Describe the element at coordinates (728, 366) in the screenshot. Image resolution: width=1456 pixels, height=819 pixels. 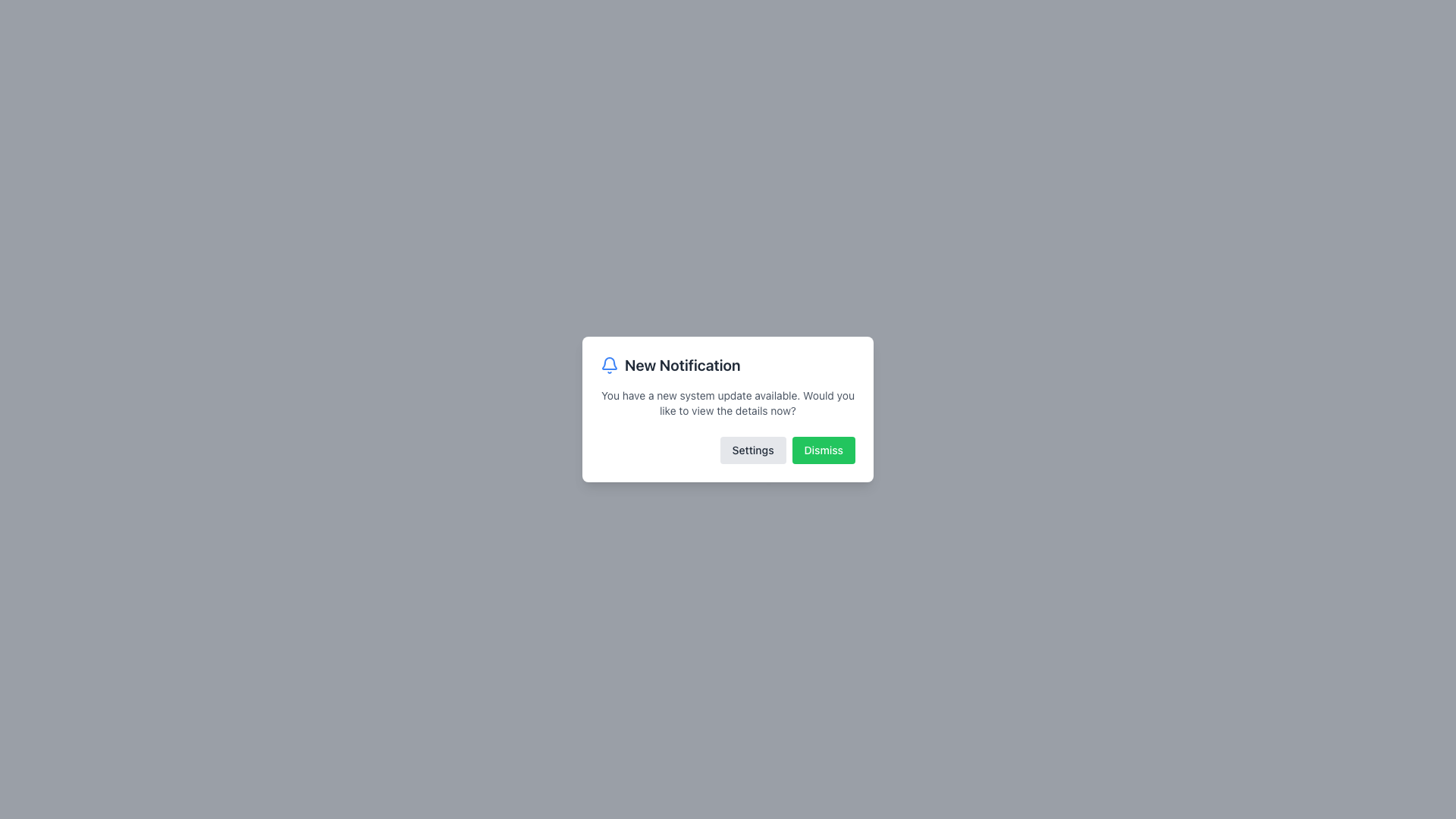
I see `text labeling of the 'New Notification' heading that is prominently displayed at the top of the modal, accompanied by a blue notification icon` at that location.